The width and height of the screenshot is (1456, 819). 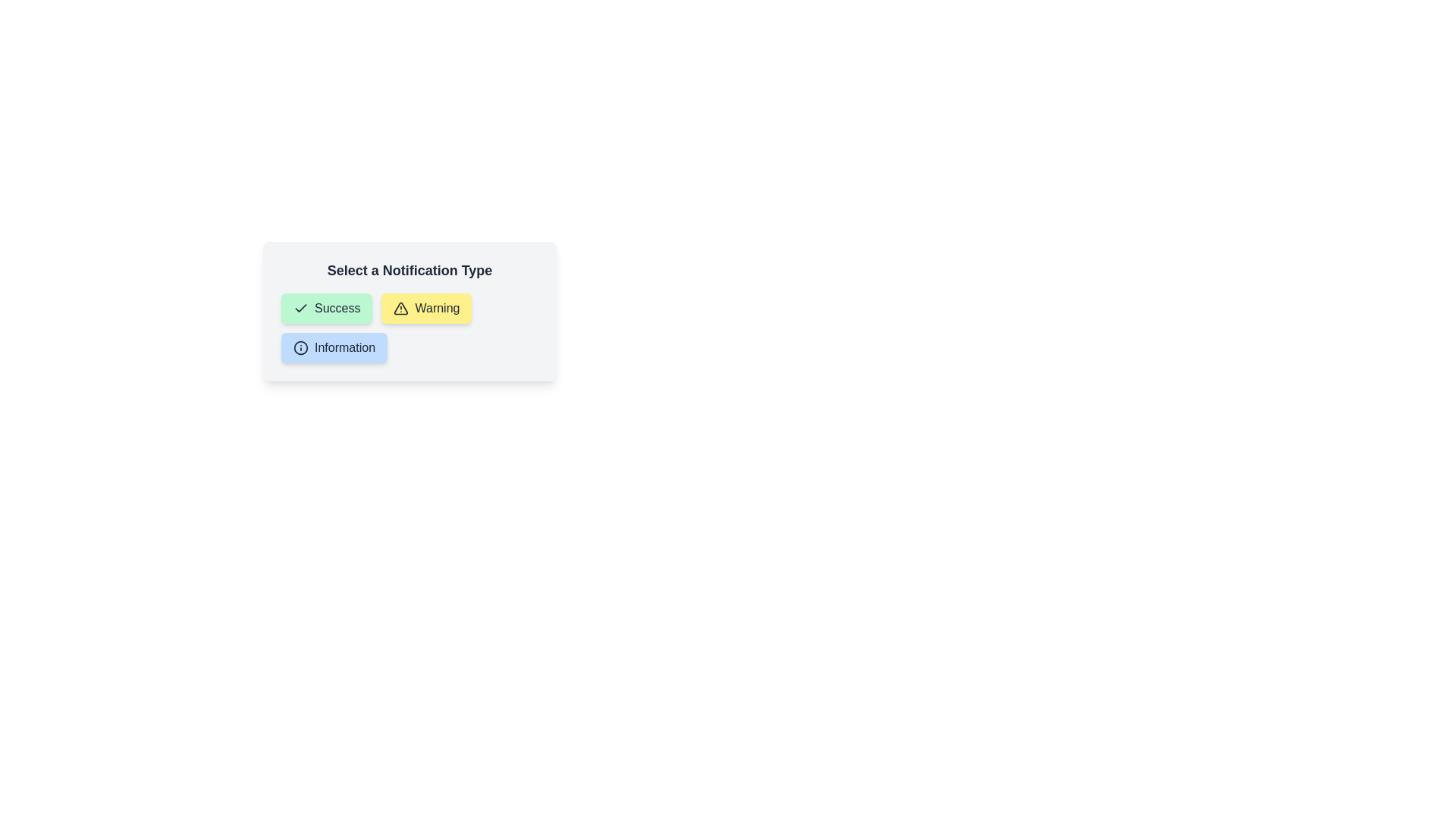 What do you see at coordinates (425, 308) in the screenshot?
I see `the chip labeled Warning` at bounding box center [425, 308].